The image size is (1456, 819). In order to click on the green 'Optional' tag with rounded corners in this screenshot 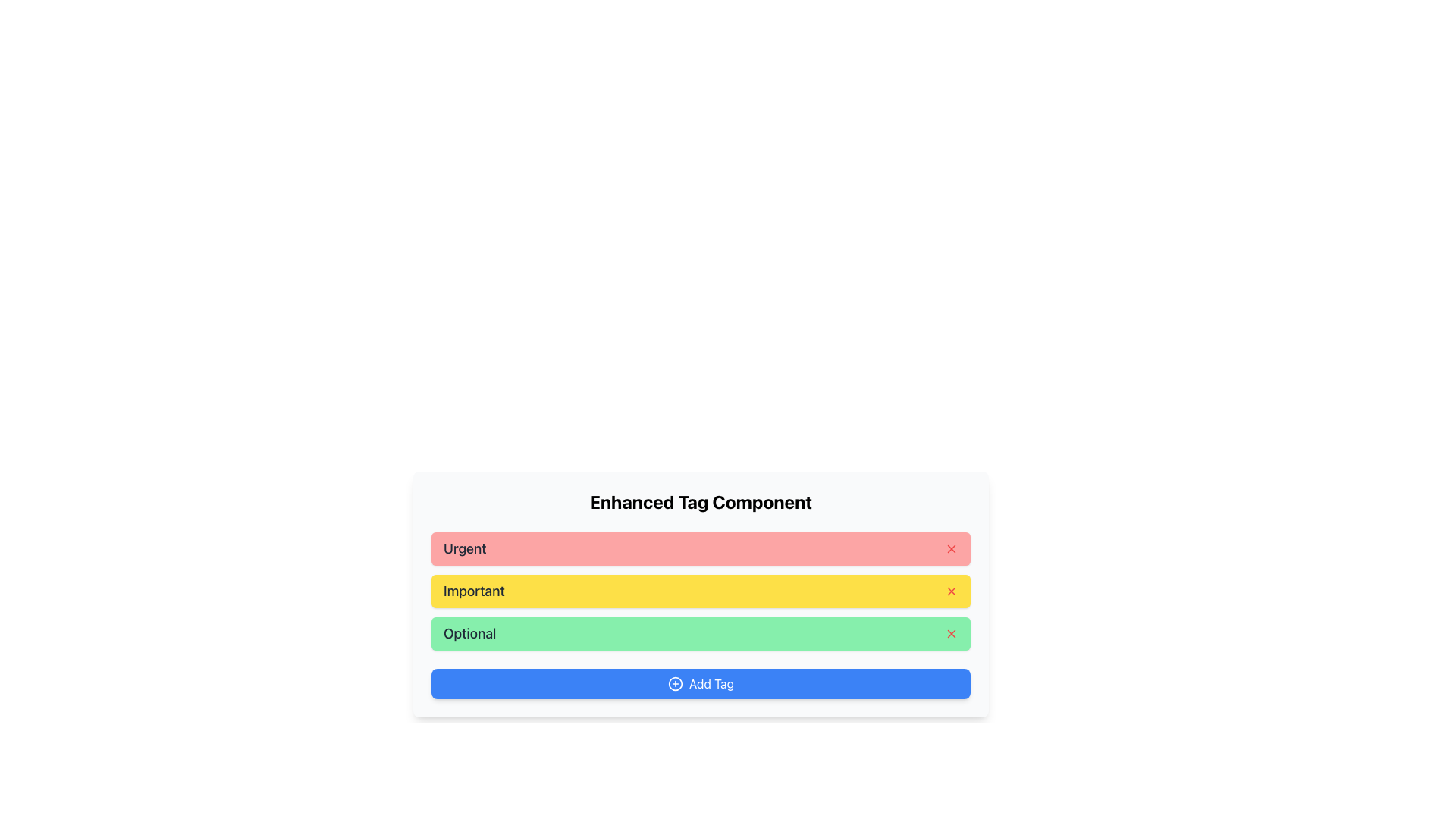, I will do `click(700, 634)`.